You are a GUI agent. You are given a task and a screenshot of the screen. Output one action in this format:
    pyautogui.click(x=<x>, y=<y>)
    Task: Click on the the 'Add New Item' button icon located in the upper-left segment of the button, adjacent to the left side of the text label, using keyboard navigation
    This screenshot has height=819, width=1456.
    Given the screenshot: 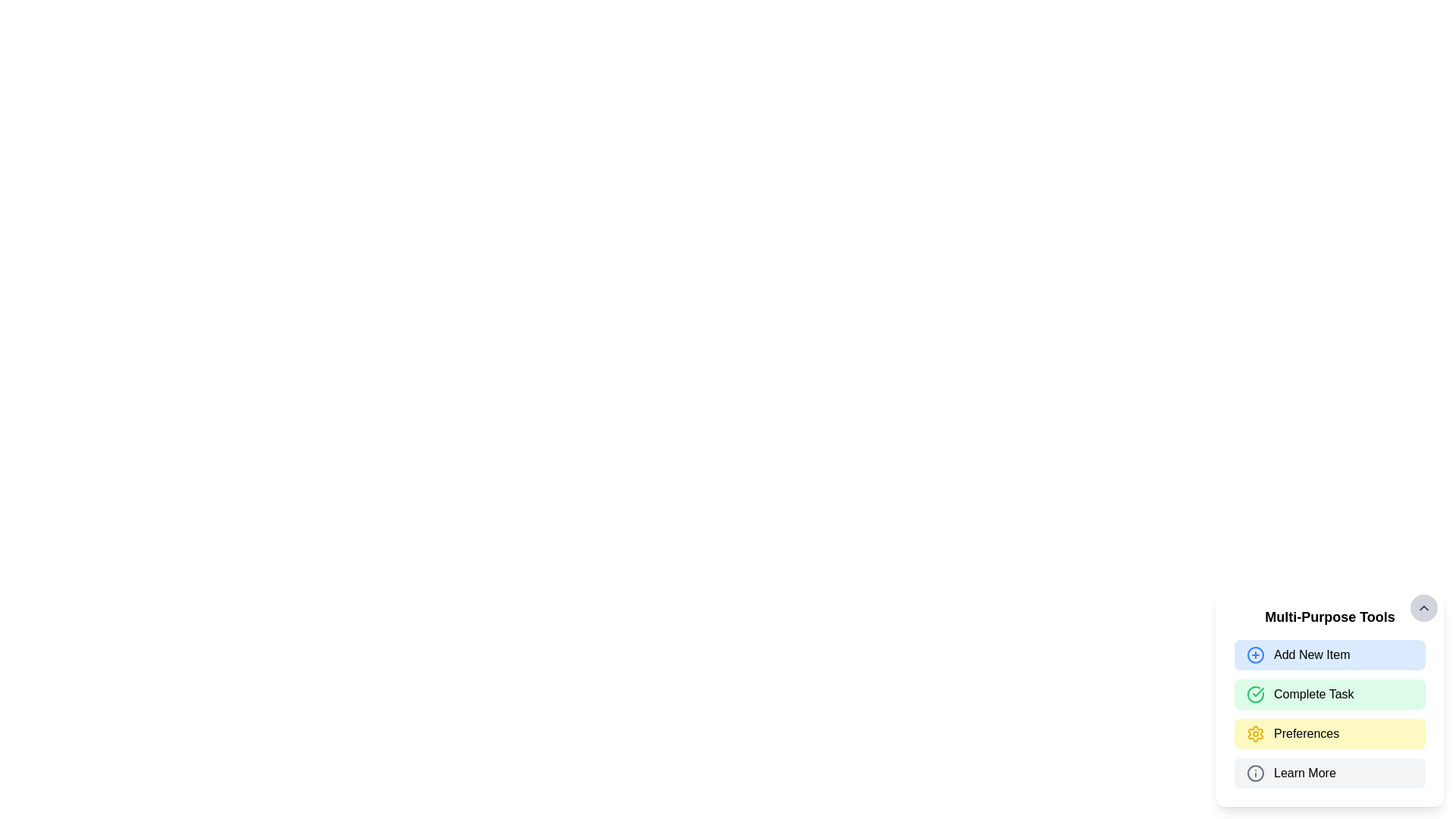 What is the action you would take?
    pyautogui.click(x=1256, y=654)
    